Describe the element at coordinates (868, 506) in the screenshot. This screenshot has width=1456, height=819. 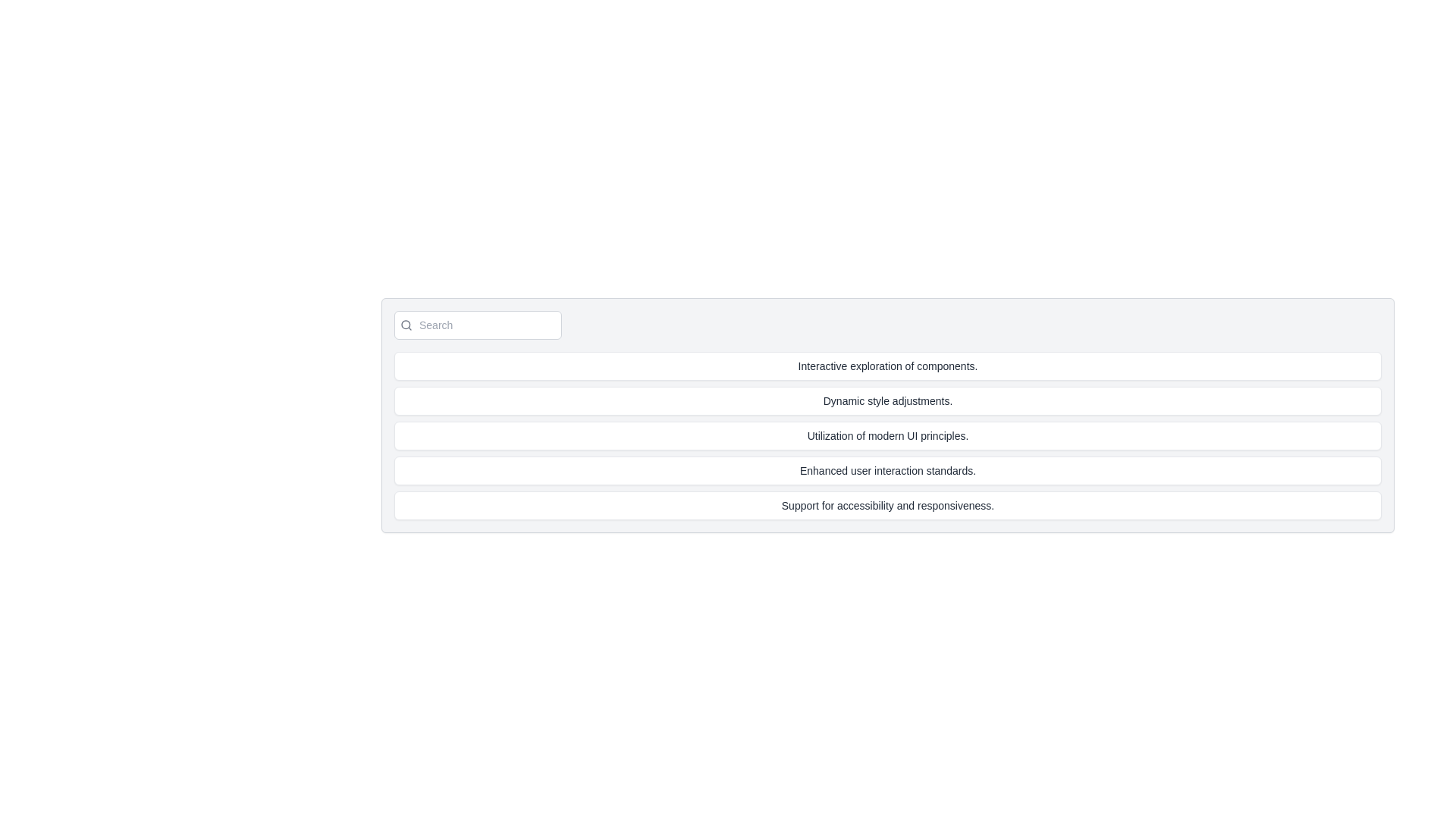
I see `character 's' which is the final letter in the word 'responsiveness' in the sentence 'Support for accessibility and responsiveness.'` at that location.